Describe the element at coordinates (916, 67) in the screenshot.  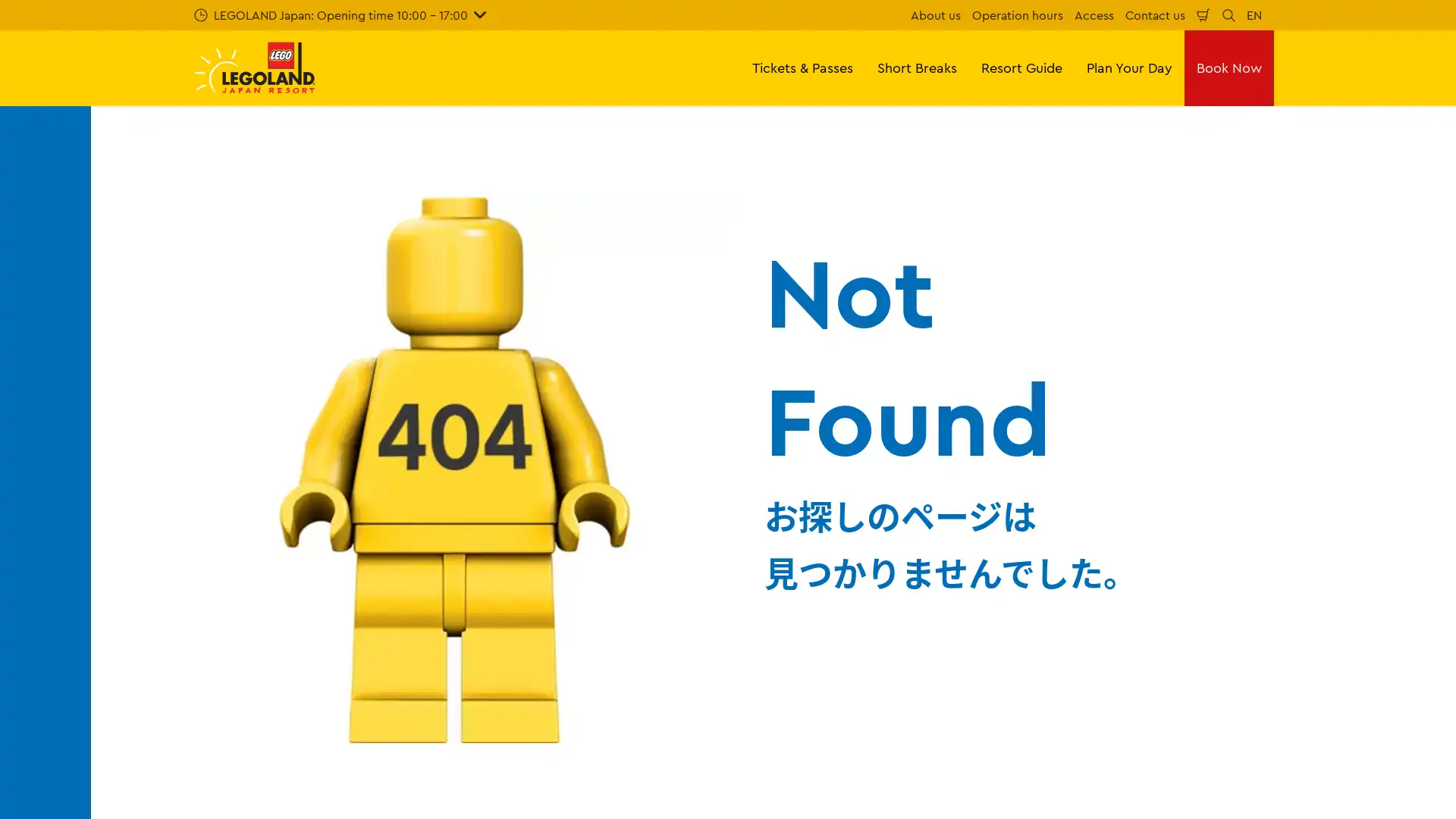
I see `Short Breaks` at that location.